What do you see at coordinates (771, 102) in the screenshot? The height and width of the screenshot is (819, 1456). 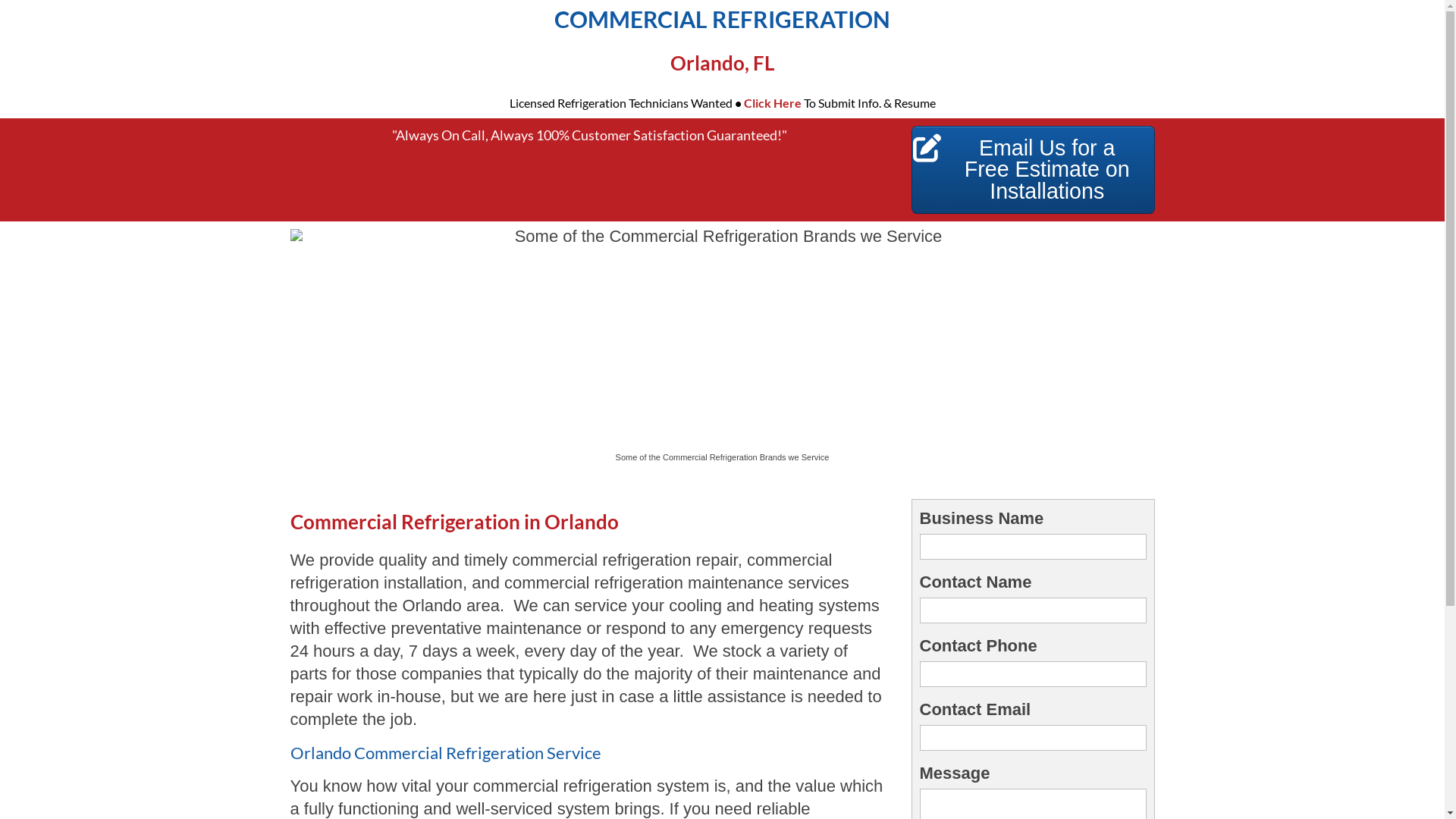 I see `'Click Here'` at bounding box center [771, 102].